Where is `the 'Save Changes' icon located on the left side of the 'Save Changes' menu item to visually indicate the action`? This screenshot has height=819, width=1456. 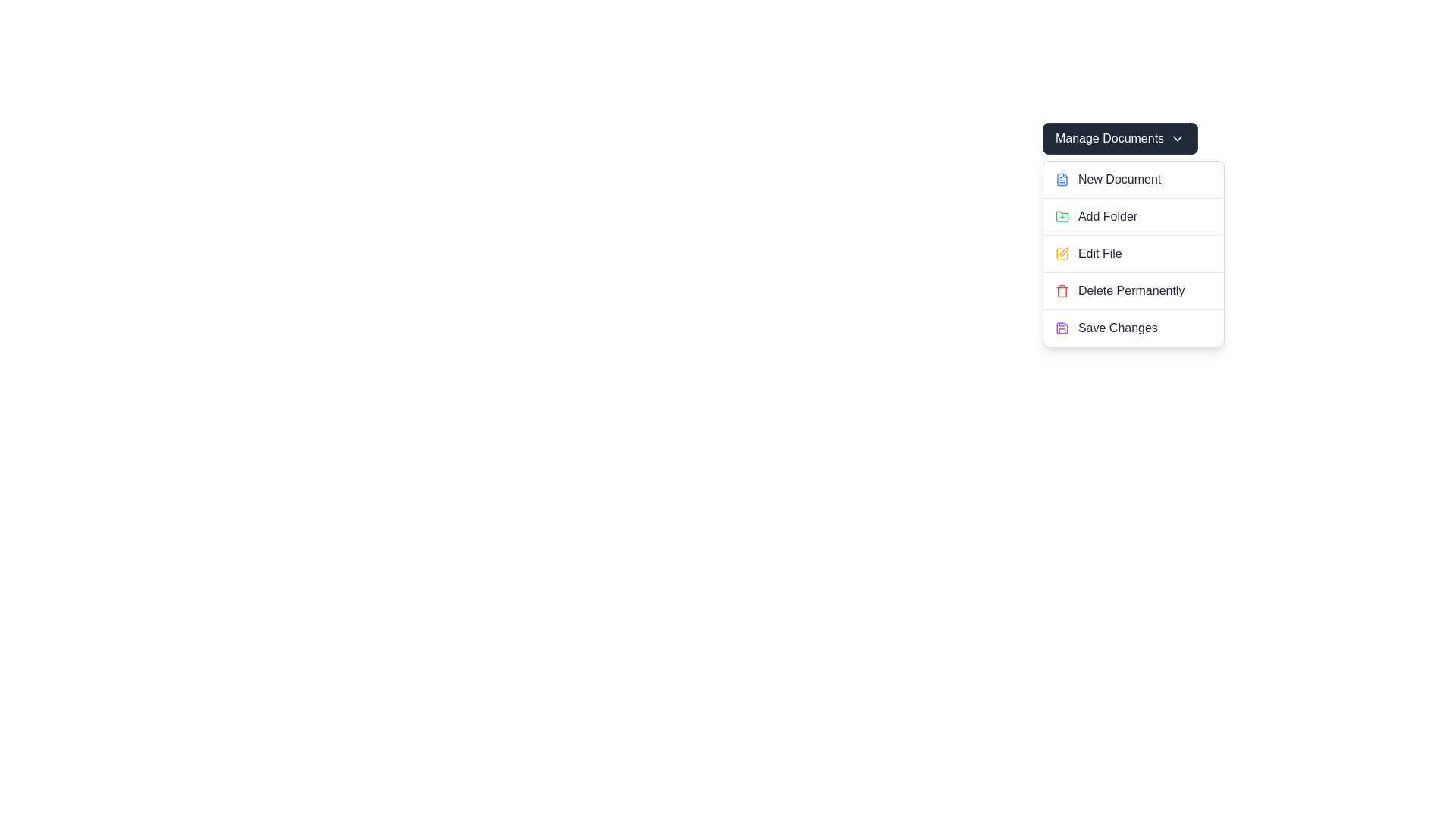 the 'Save Changes' icon located on the left side of the 'Save Changes' menu item to visually indicate the action is located at coordinates (1061, 327).